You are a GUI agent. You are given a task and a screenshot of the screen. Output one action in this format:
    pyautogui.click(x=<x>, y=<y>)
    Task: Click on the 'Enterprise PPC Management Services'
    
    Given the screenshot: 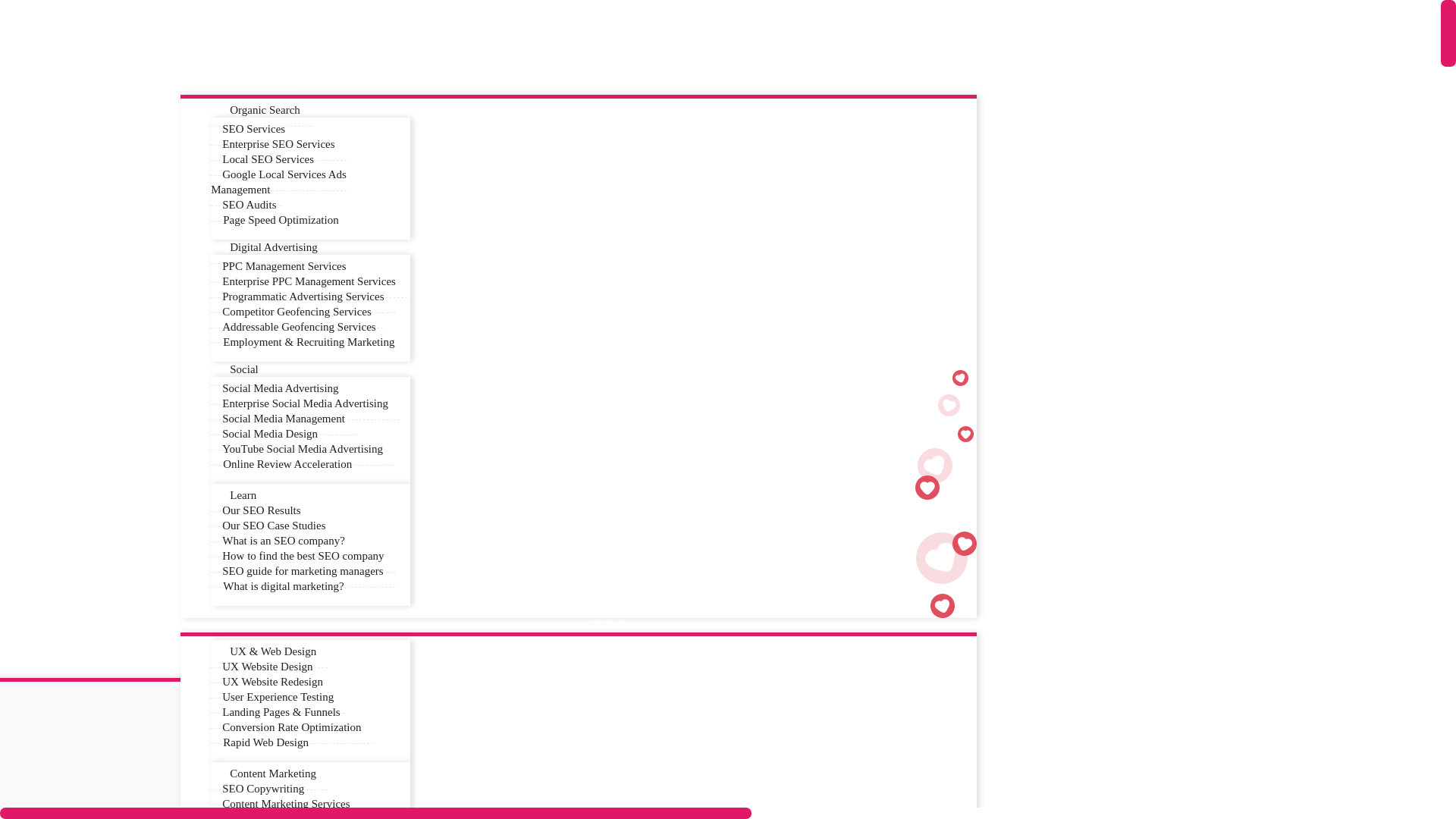 What is the action you would take?
    pyautogui.click(x=308, y=281)
    